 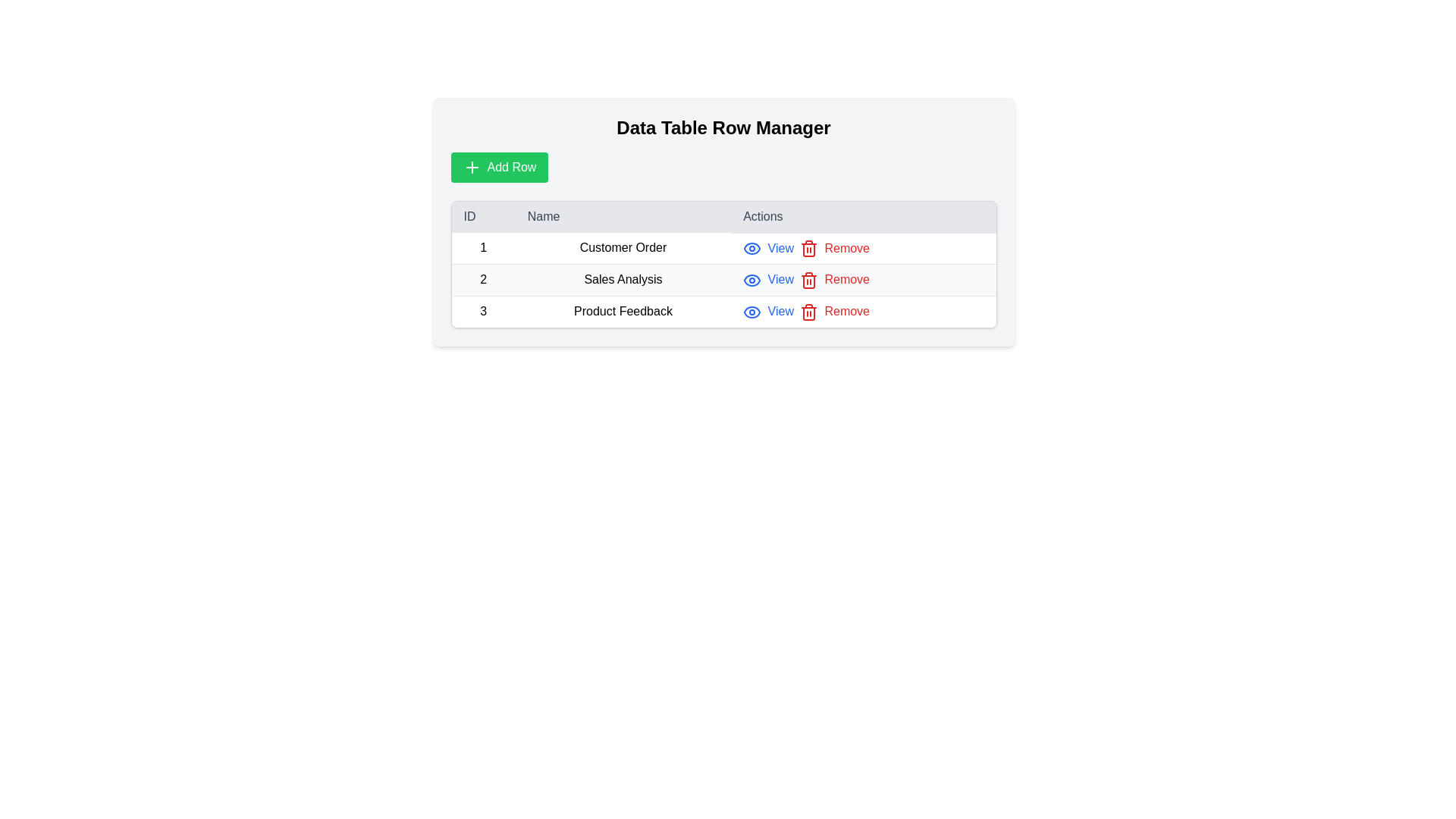 I want to click on the text label that serves as the name or title descriptor for the first record in the data table, positioned in the second column of the first row, between the ID '1' and the 'Actions' options, so click(x=623, y=247).